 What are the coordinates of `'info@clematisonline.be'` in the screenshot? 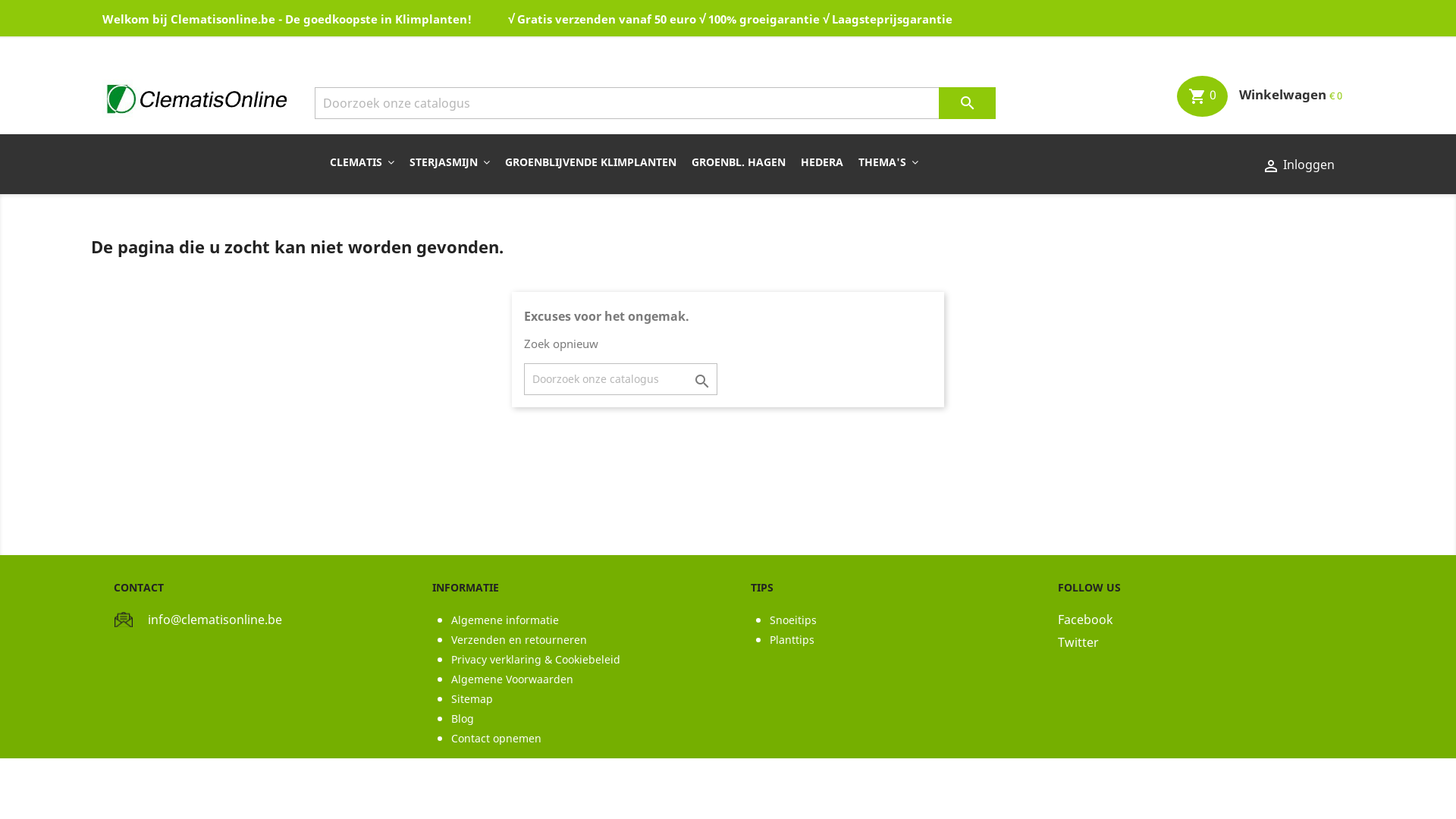 It's located at (214, 620).